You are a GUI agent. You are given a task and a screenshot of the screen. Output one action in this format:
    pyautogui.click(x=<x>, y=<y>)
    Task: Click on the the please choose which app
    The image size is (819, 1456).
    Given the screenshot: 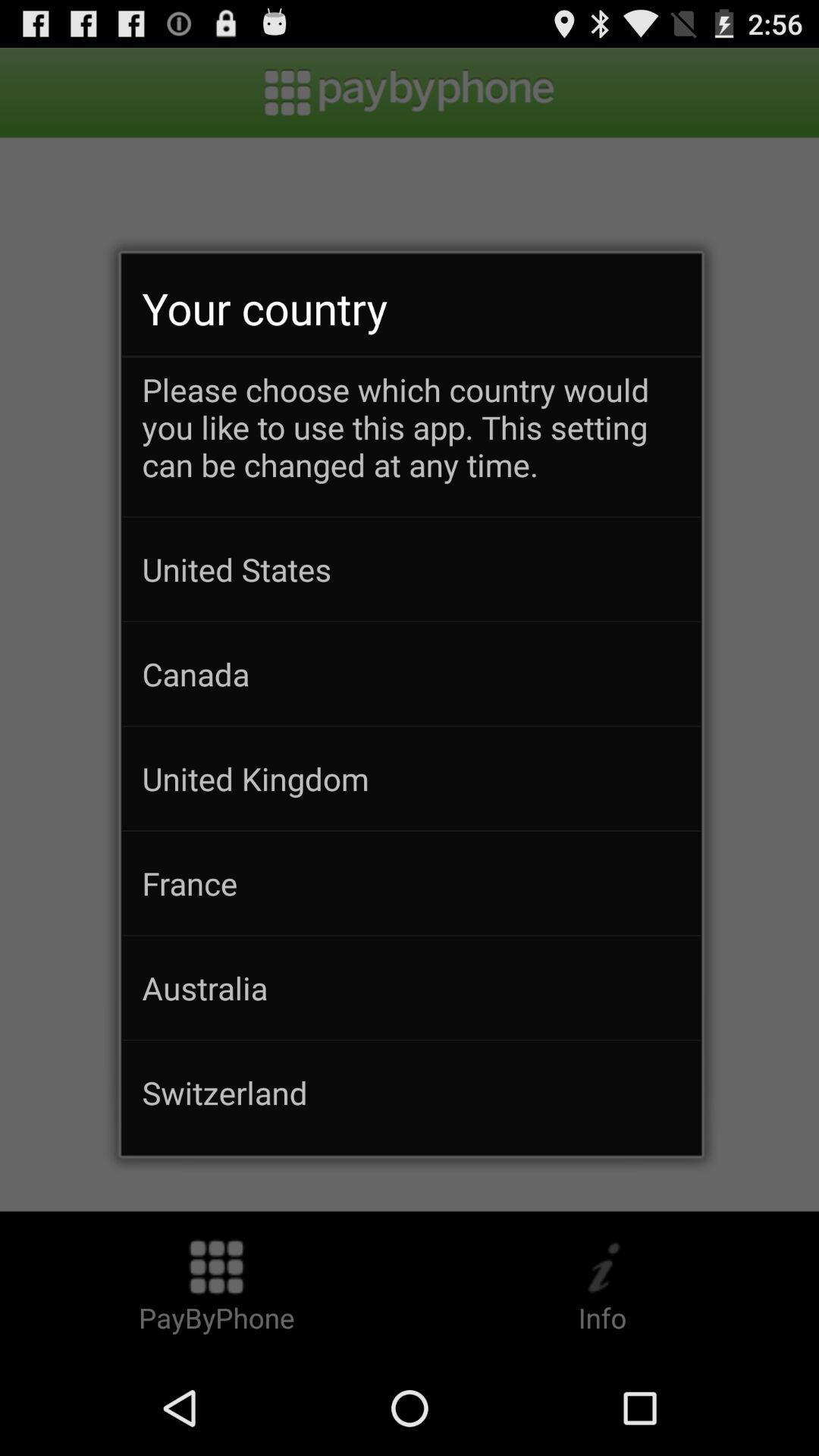 What is the action you would take?
    pyautogui.click(x=411, y=441)
    